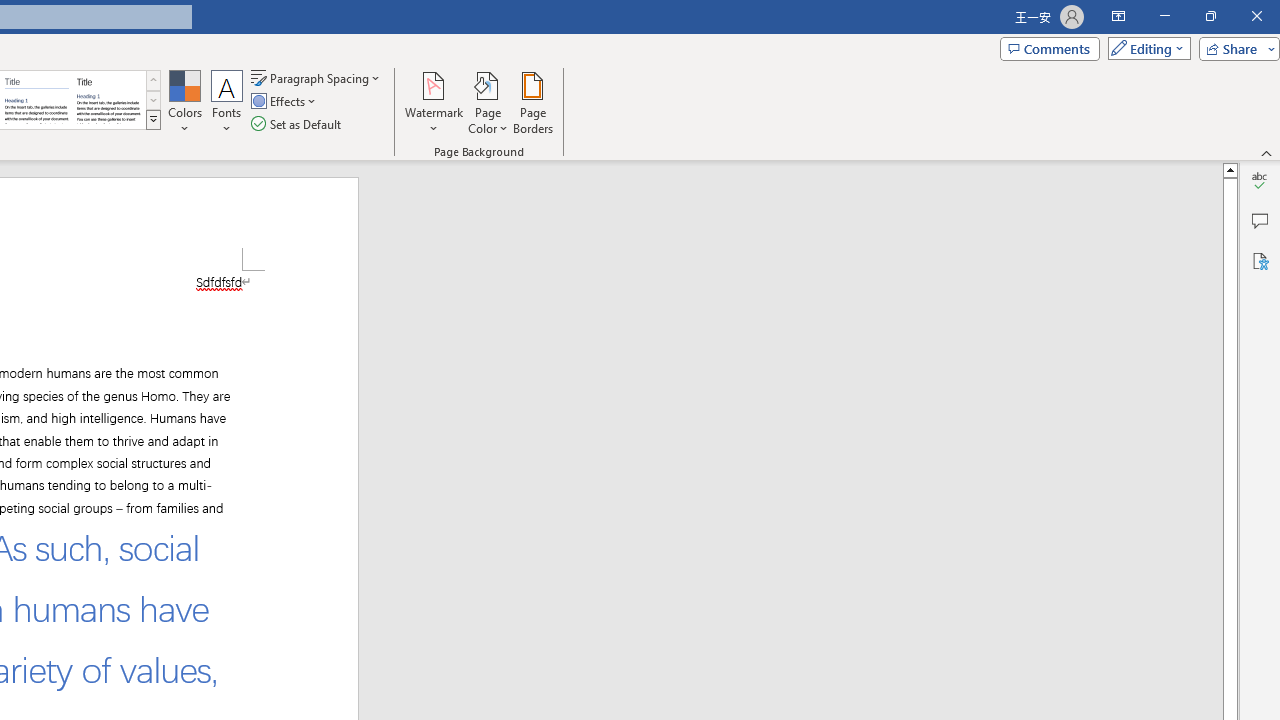 The image size is (1280, 720). What do you see at coordinates (284, 101) in the screenshot?
I see `'Effects'` at bounding box center [284, 101].